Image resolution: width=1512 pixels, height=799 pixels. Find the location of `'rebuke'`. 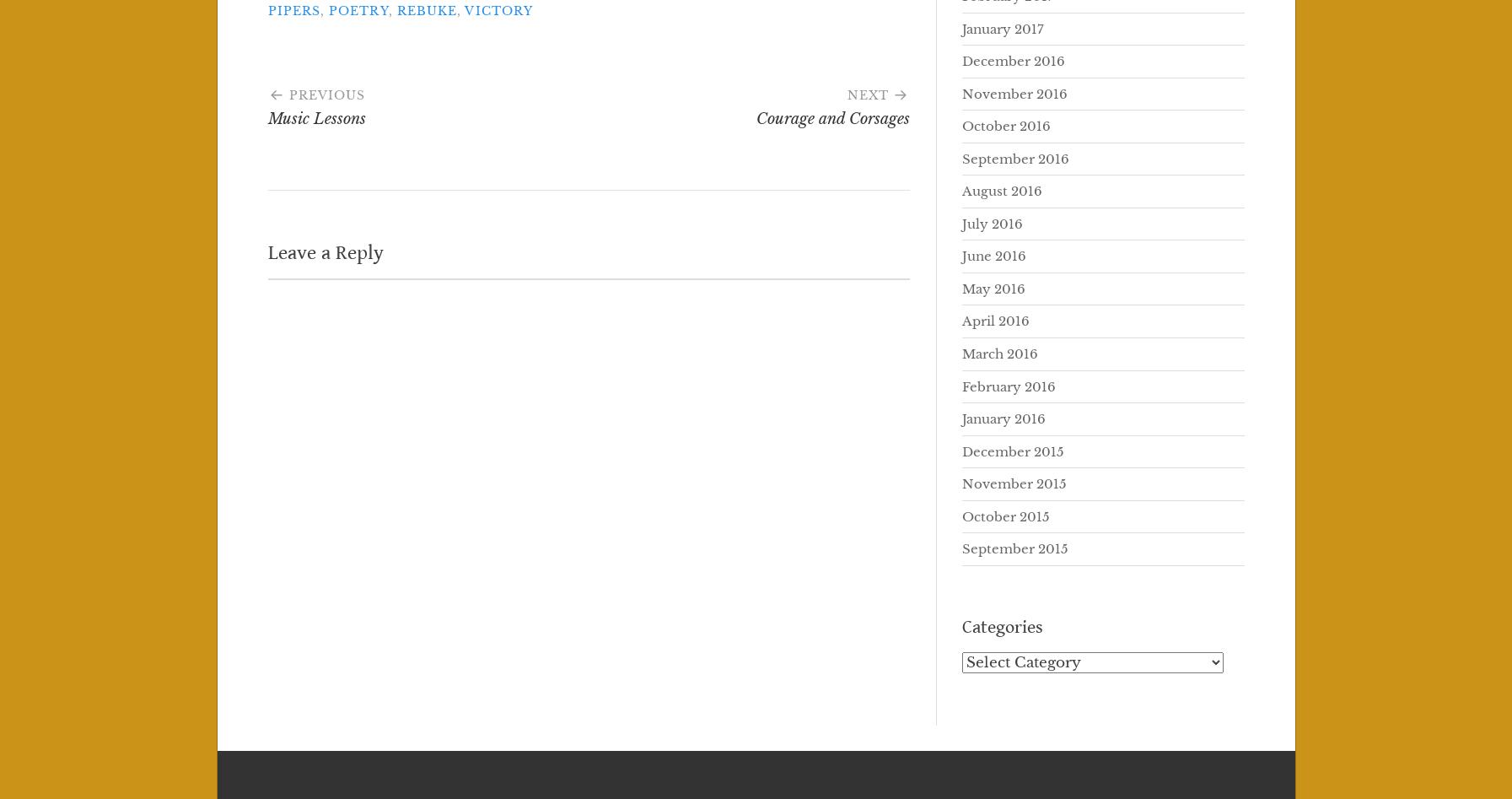

'rebuke' is located at coordinates (425, 11).